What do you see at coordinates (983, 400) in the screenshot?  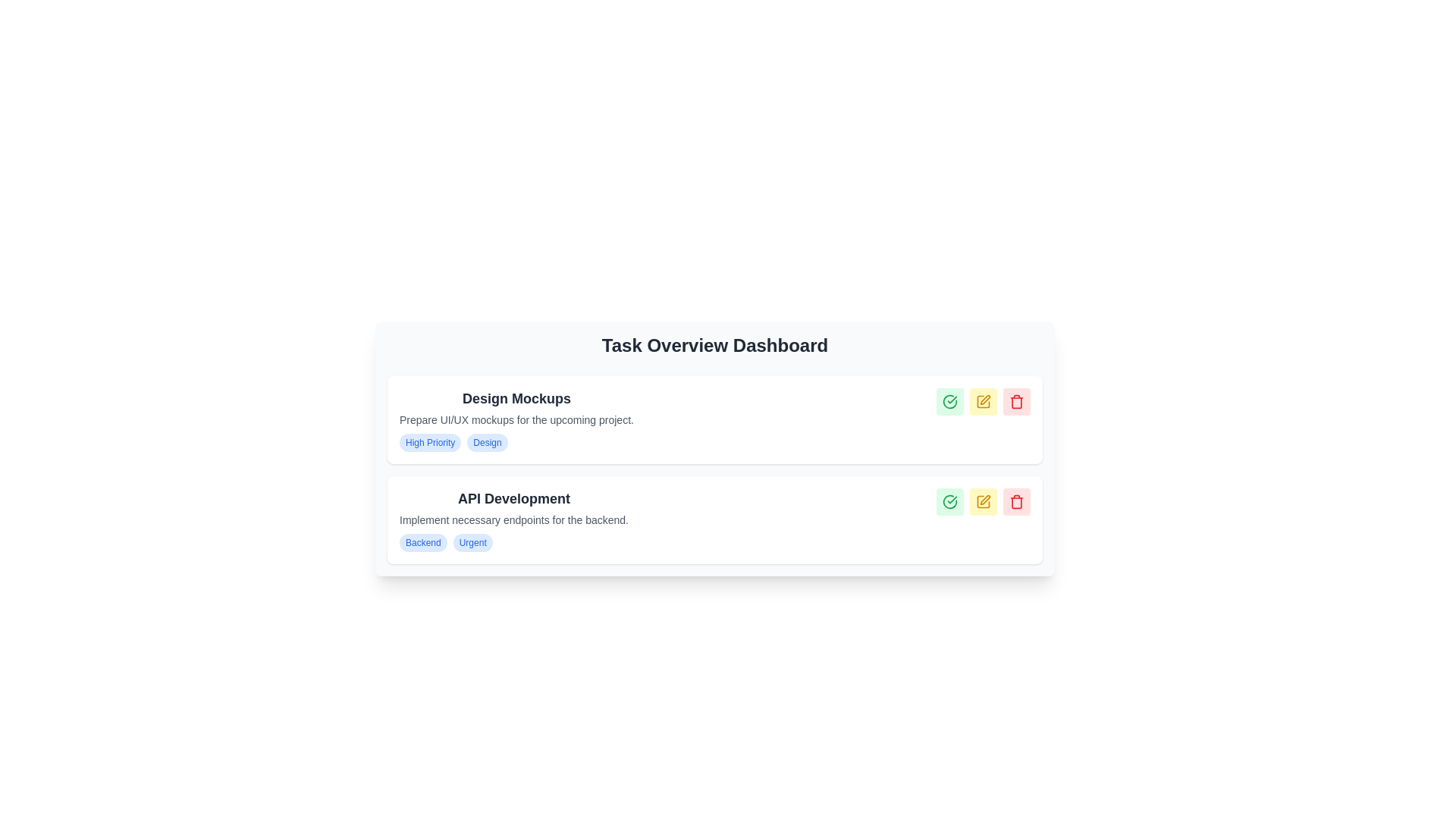 I see `the edit button located to the right of the 'Design Mockups' card, which is the second icon in a group of three` at bounding box center [983, 400].